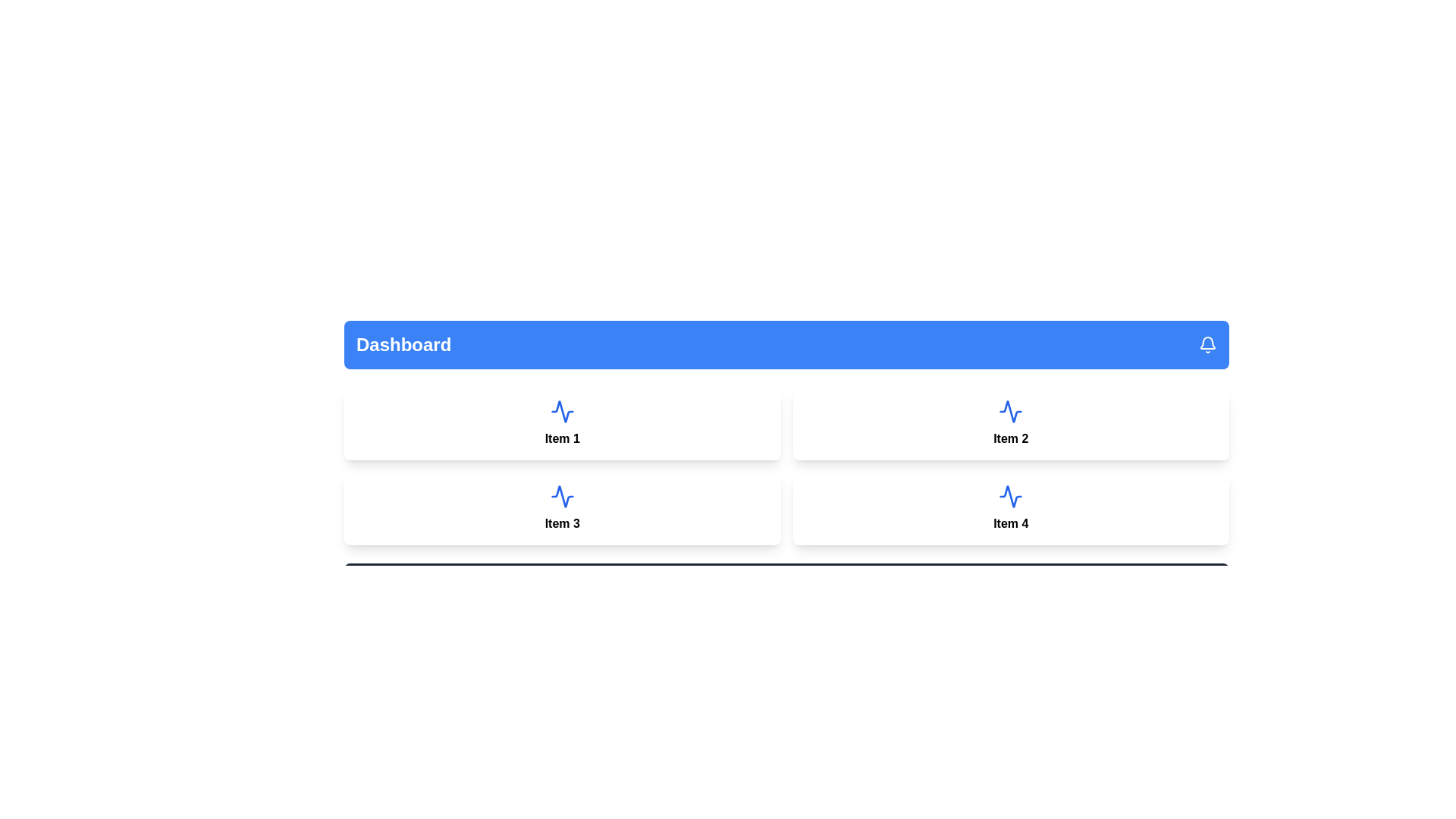 This screenshot has width=1456, height=819. What do you see at coordinates (1011, 497) in the screenshot?
I see `the blue waveform icon located in the bottom-right card labeled 'Item 4', positioned above the text 'Item 4'` at bounding box center [1011, 497].